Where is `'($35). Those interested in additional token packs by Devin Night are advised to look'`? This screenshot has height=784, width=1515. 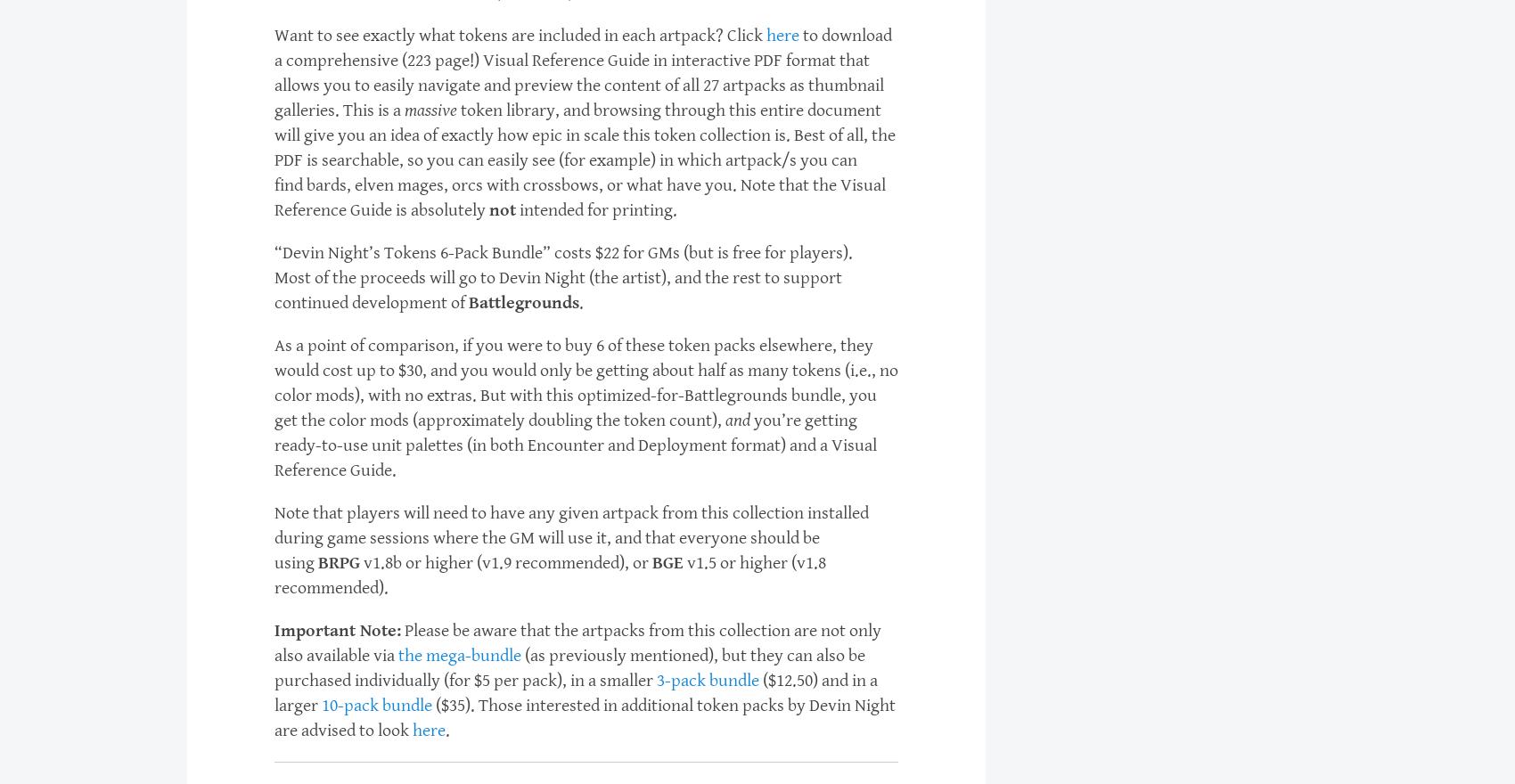
'($35). Those interested in additional token packs by Devin Night are advised to look' is located at coordinates (585, 718).